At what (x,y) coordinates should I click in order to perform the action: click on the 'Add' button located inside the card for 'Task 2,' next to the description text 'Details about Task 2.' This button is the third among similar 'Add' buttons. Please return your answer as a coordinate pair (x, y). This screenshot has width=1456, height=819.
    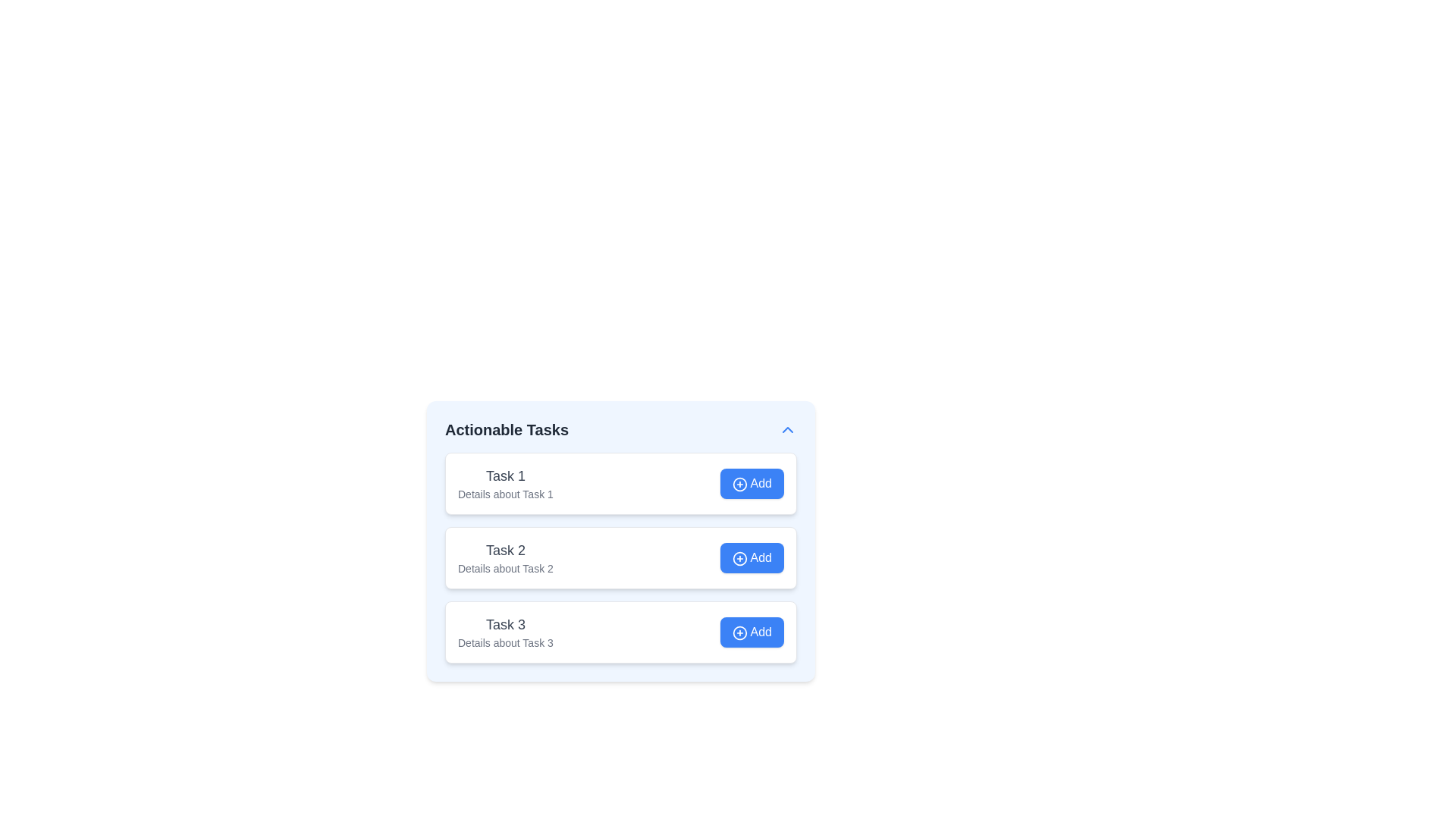
    Looking at the image, I should click on (752, 558).